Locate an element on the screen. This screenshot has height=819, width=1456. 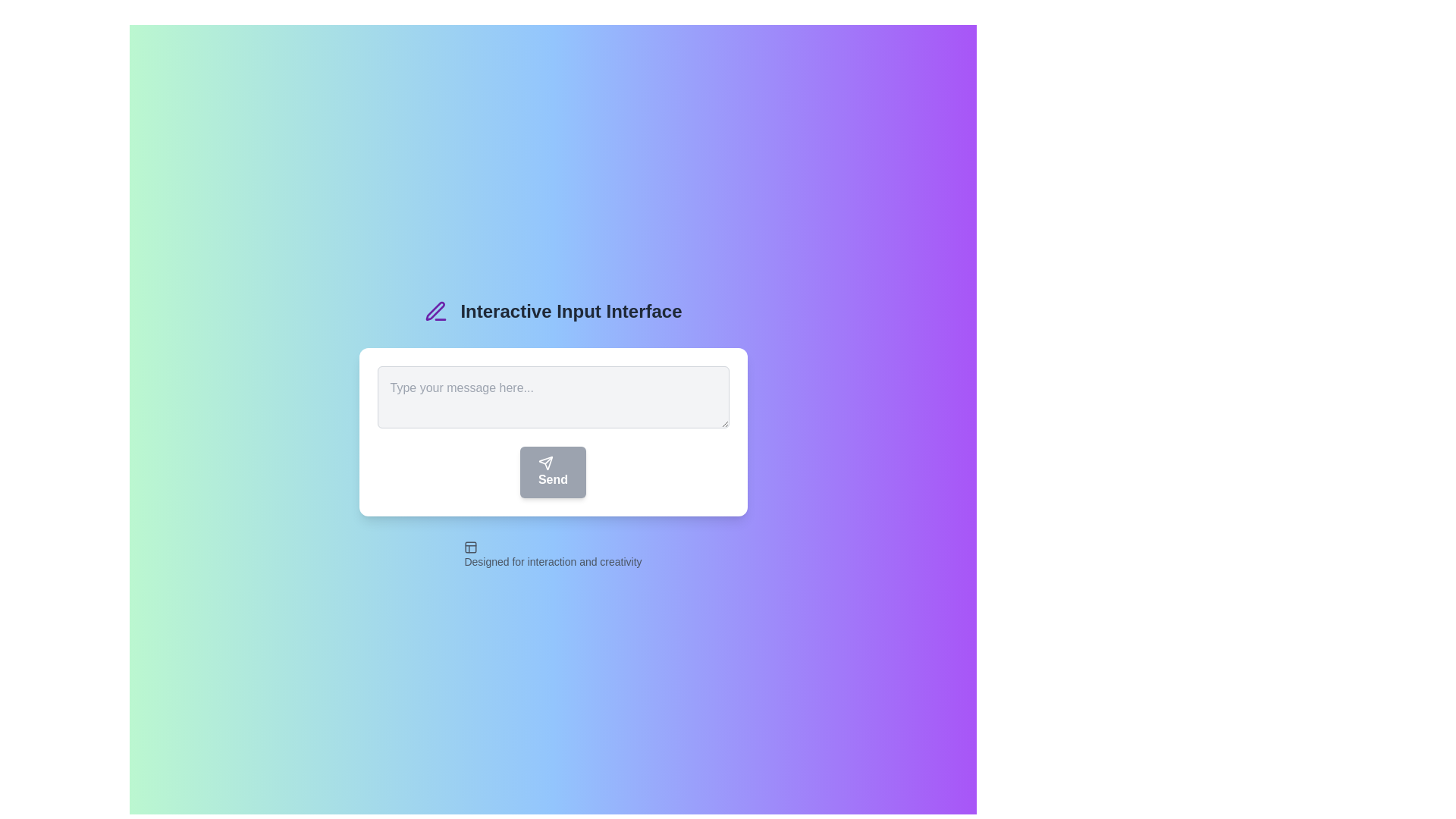
the small rectangular SVG graphic with rounded corners located in the bottom section of the interface, slightly left of the horizontal centerline is located at coordinates (470, 547).